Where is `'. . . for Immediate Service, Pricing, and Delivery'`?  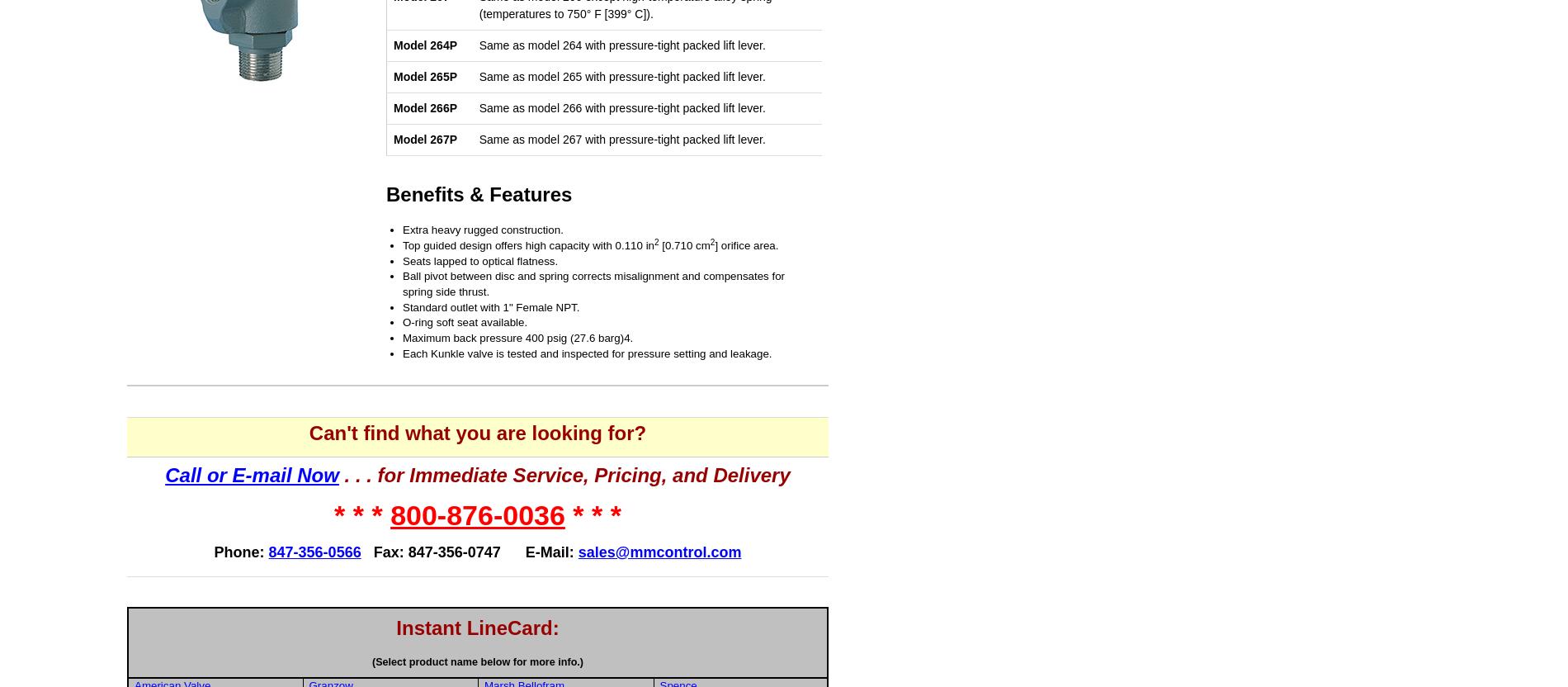
'. . . for Immediate Service, Pricing, and Delivery' is located at coordinates (564, 474).